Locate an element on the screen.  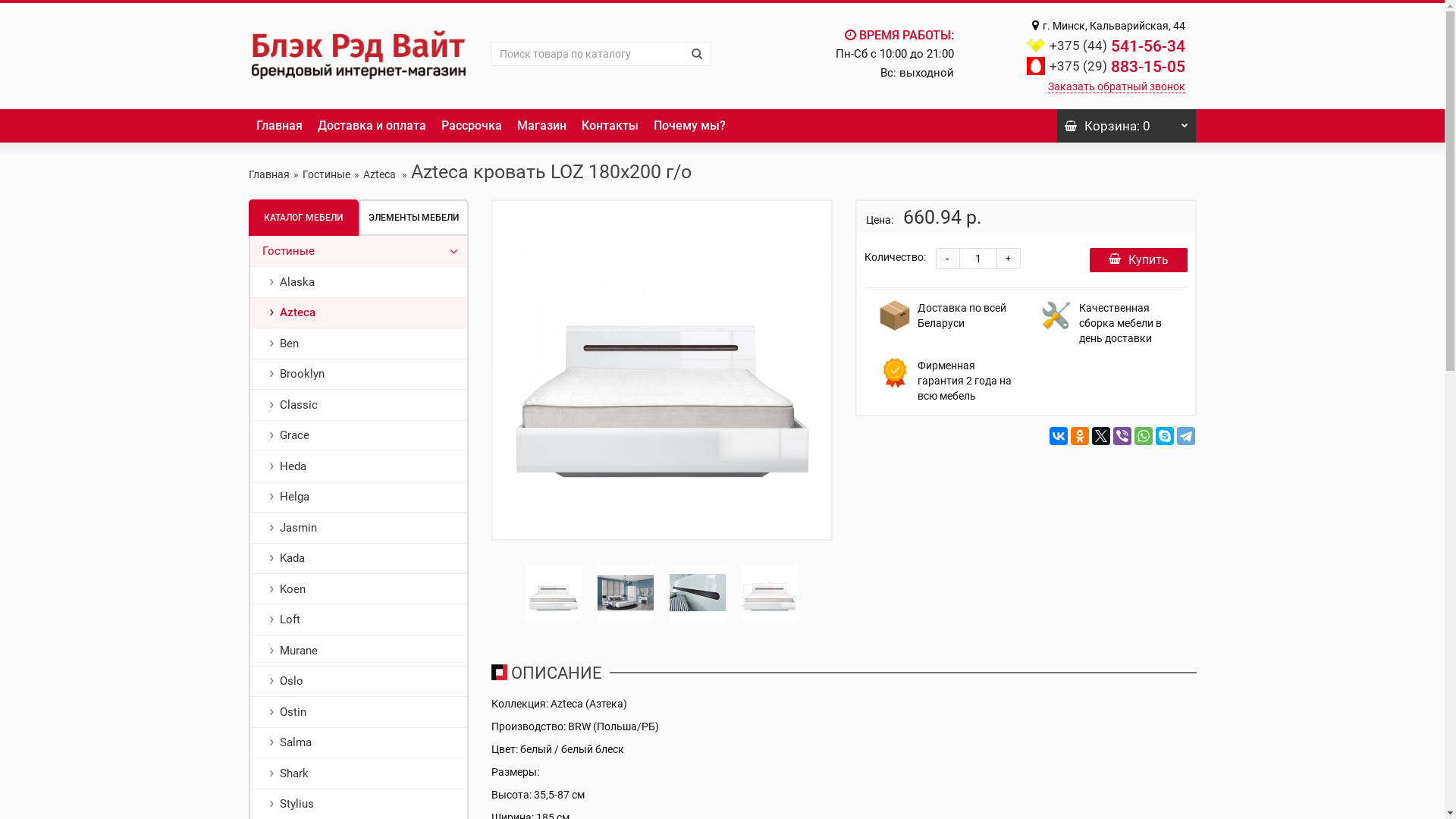
'Jasmin' is located at coordinates (358, 526).